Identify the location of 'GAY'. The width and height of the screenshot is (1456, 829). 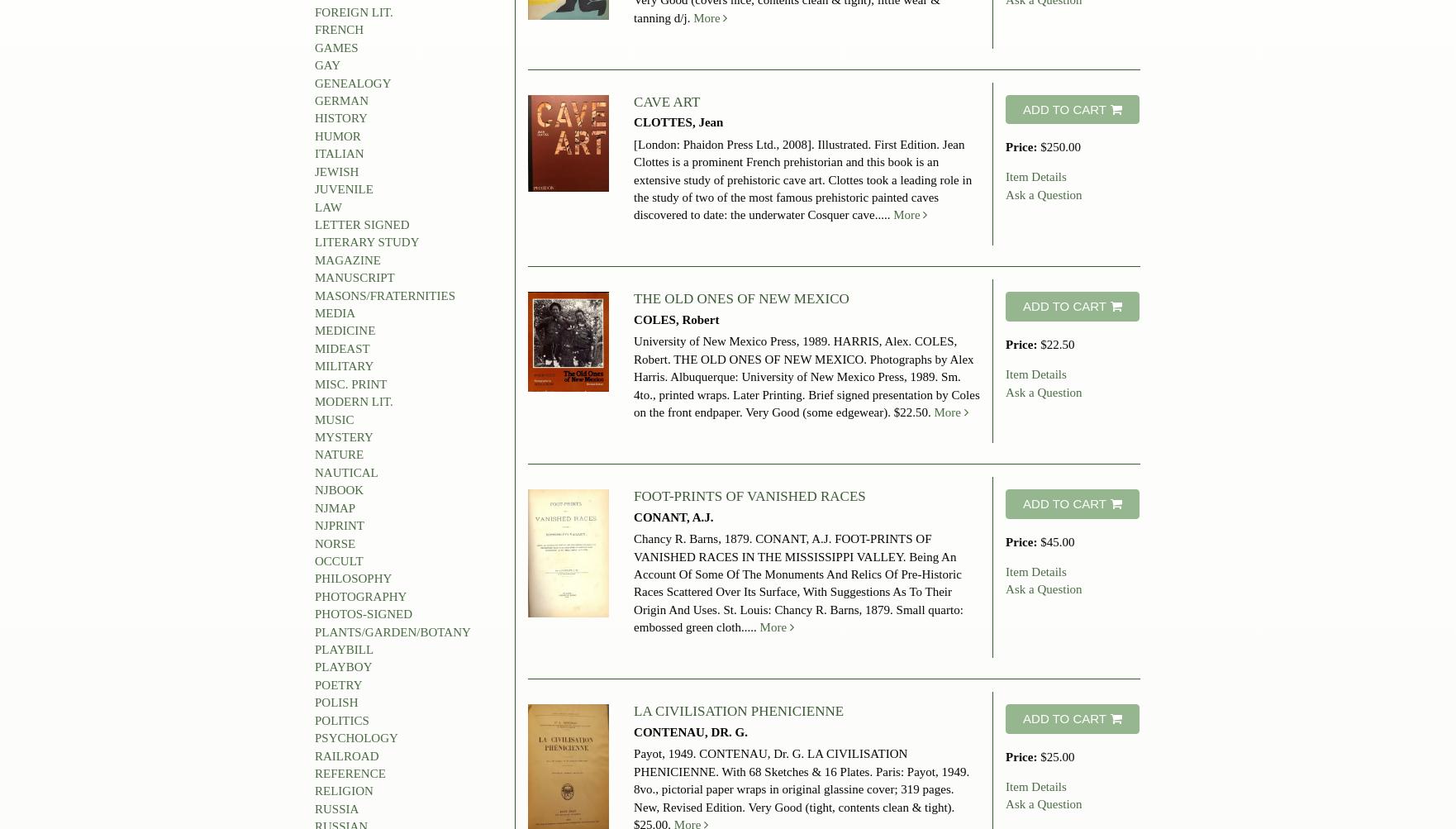
(327, 65).